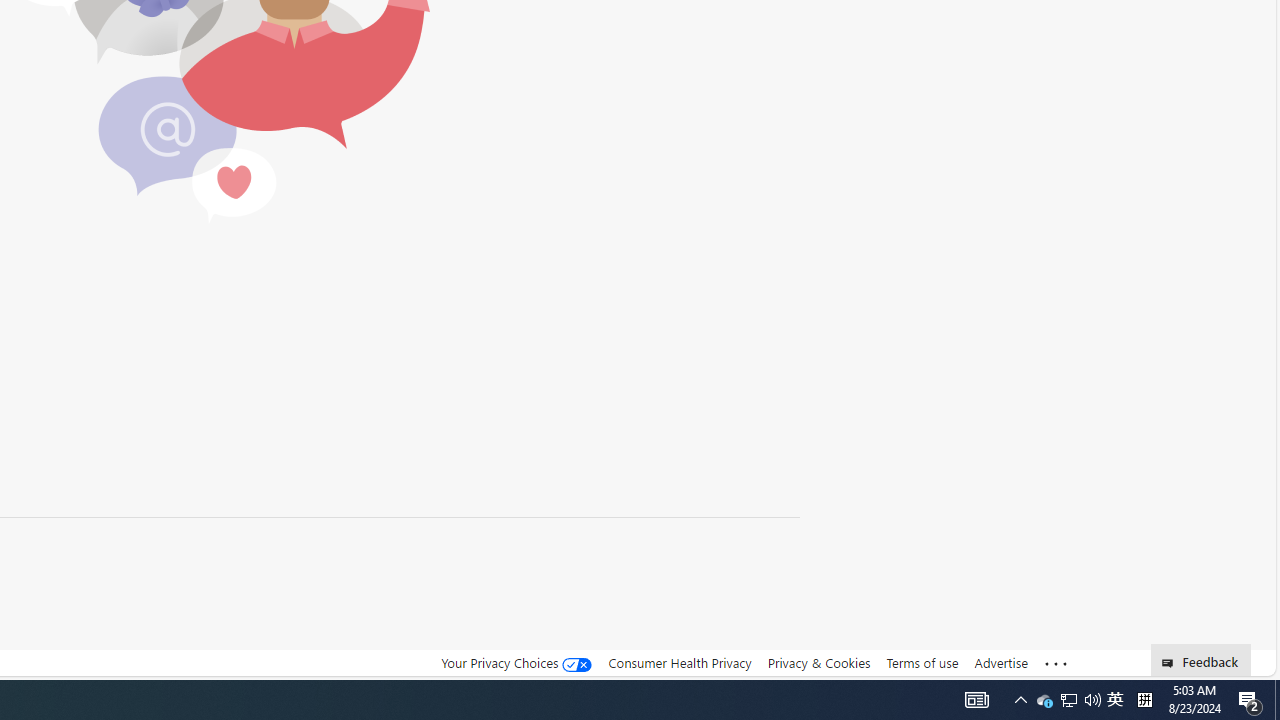  What do you see at coordinates (921, 662) in the screenshot?
I see `'Terms of use'` at bounding box center [921, 662].